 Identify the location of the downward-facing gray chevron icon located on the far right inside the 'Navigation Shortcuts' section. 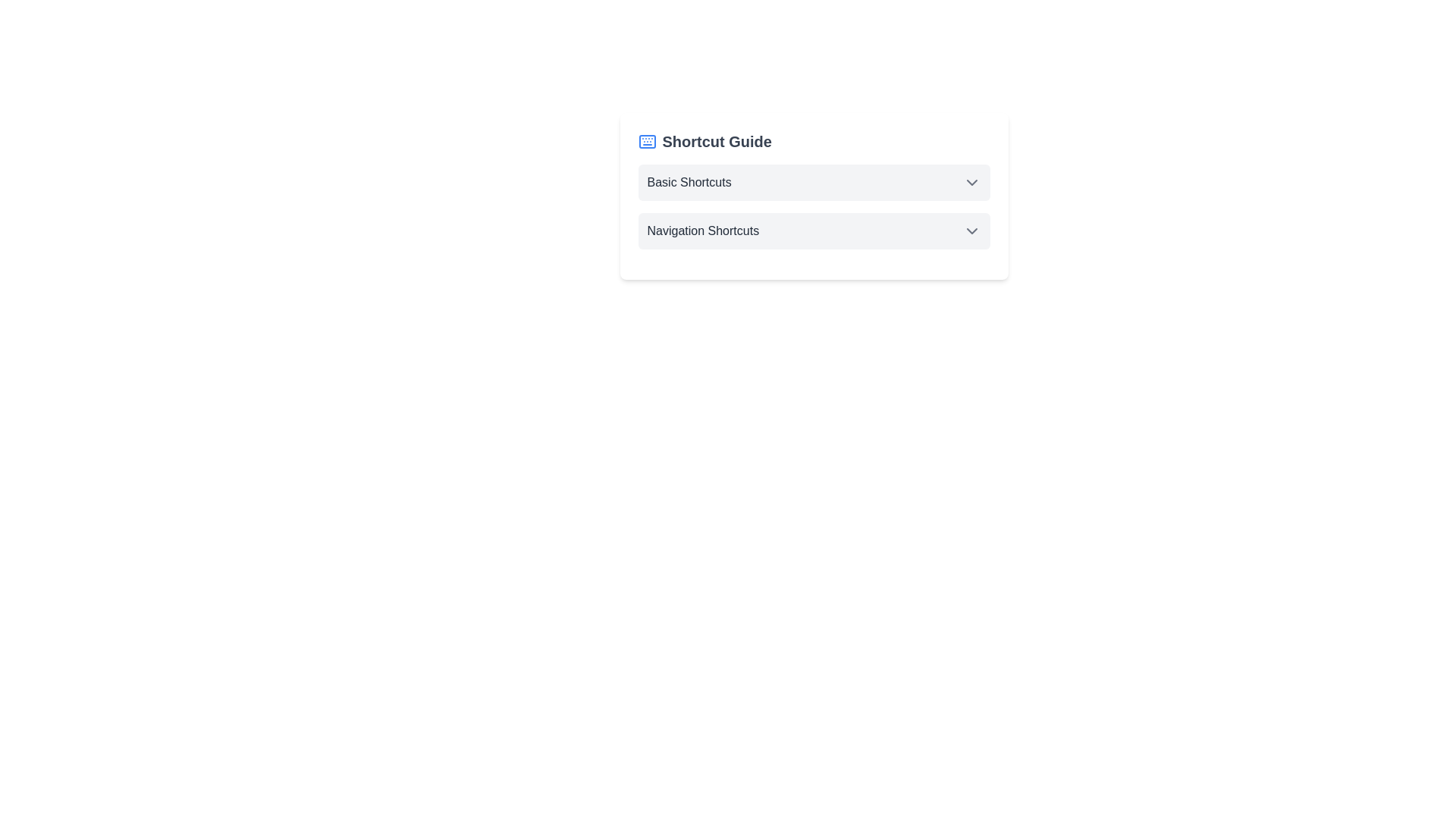
(971, 231).